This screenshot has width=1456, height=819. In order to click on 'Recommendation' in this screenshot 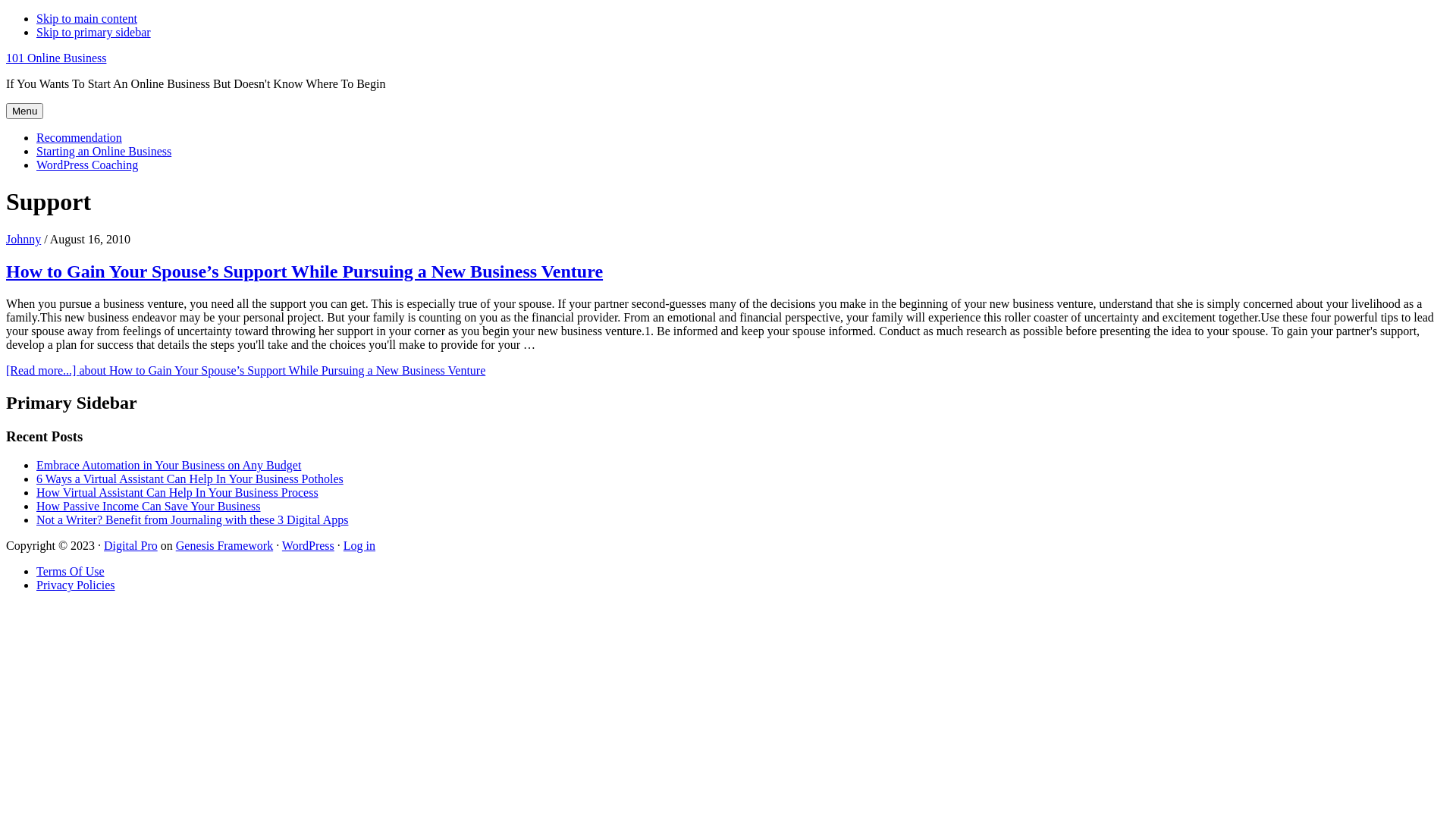, I will do `click(78, 137)`.